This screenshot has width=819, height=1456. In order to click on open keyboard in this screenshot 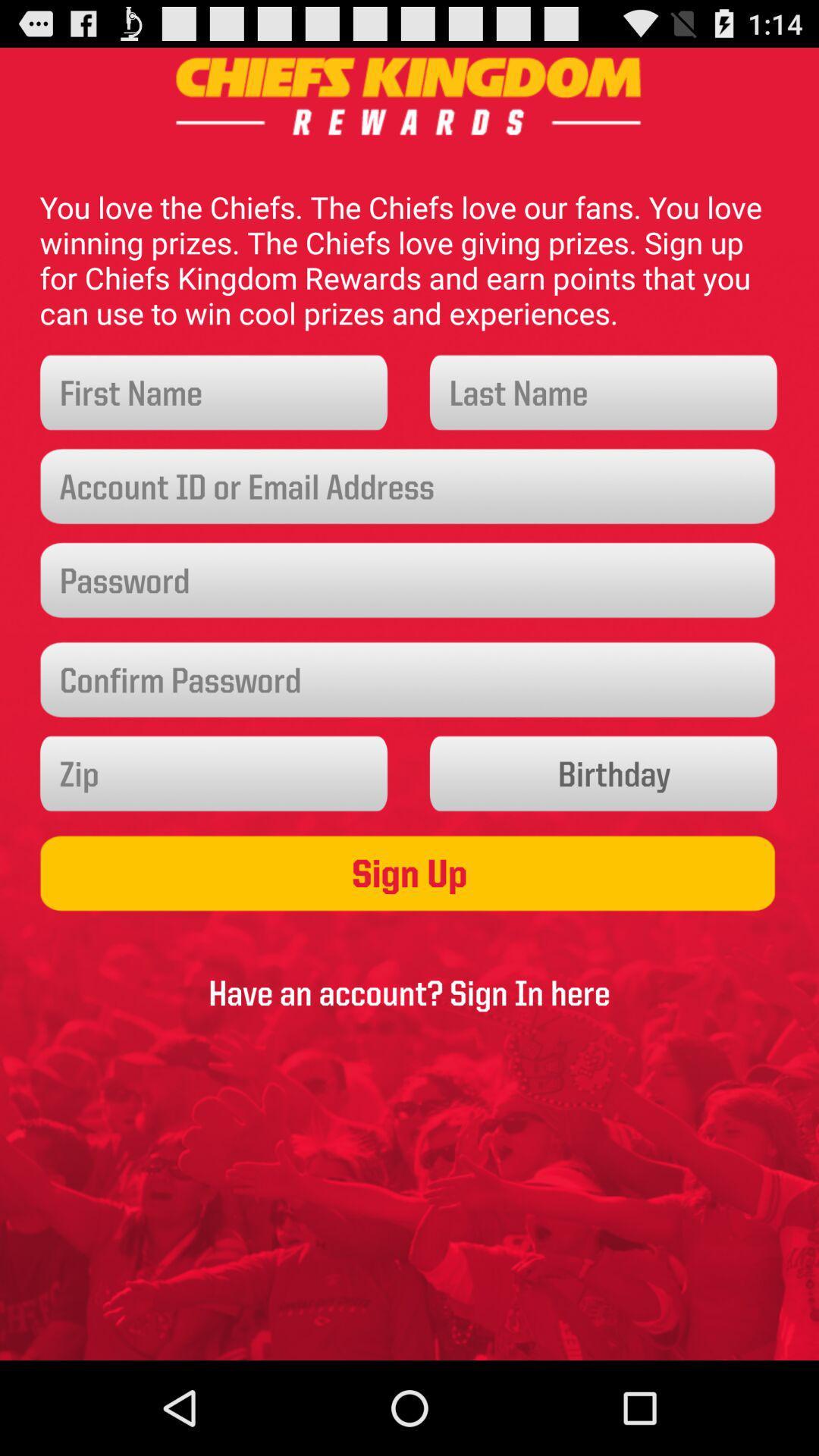, I will do `click(215, 393)`.